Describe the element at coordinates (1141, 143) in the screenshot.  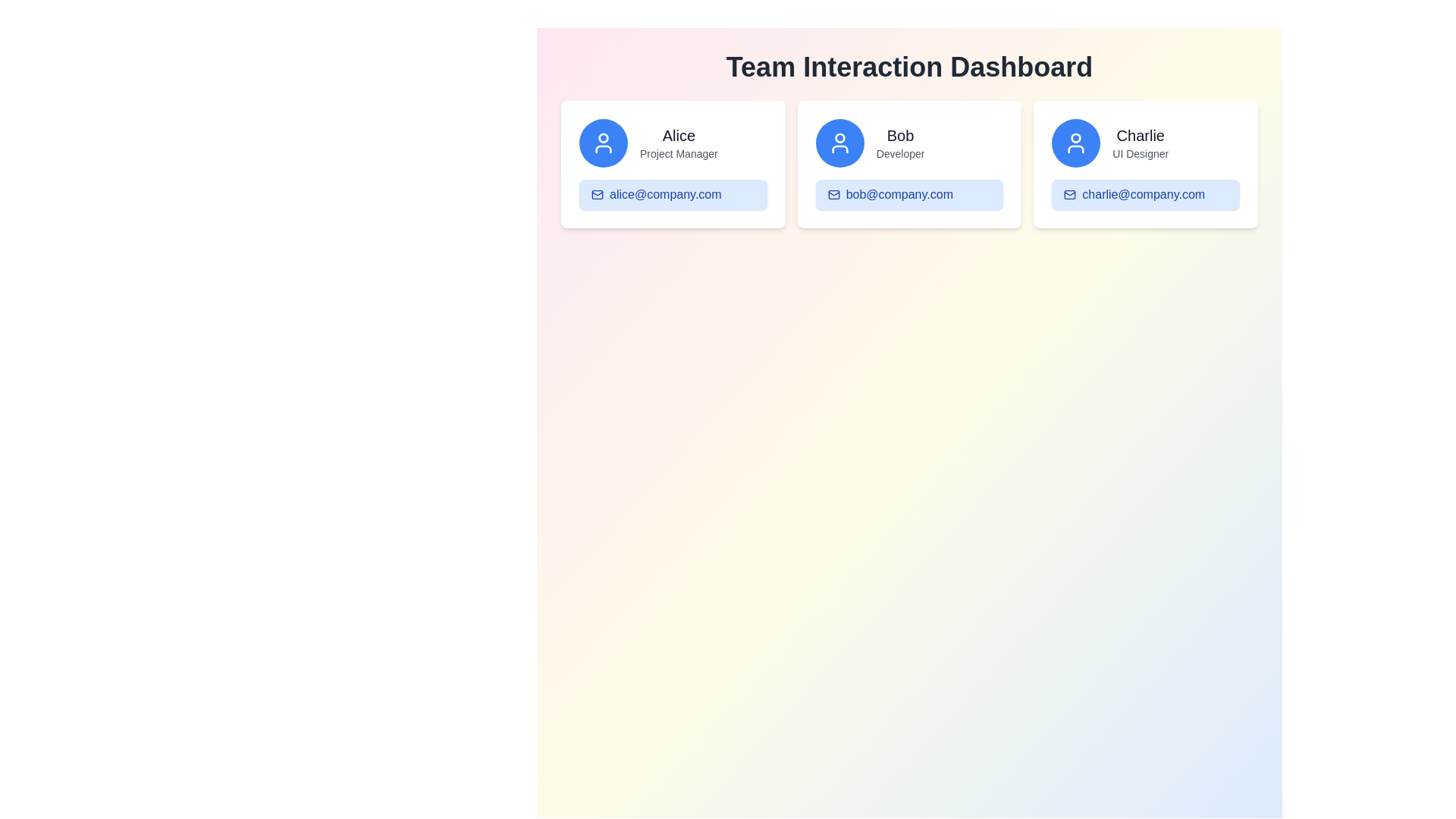
I see `text label displaying 'Charlie' and 'UI Designer', which is located to the right of a circular icon in the third user profile card` at that location.